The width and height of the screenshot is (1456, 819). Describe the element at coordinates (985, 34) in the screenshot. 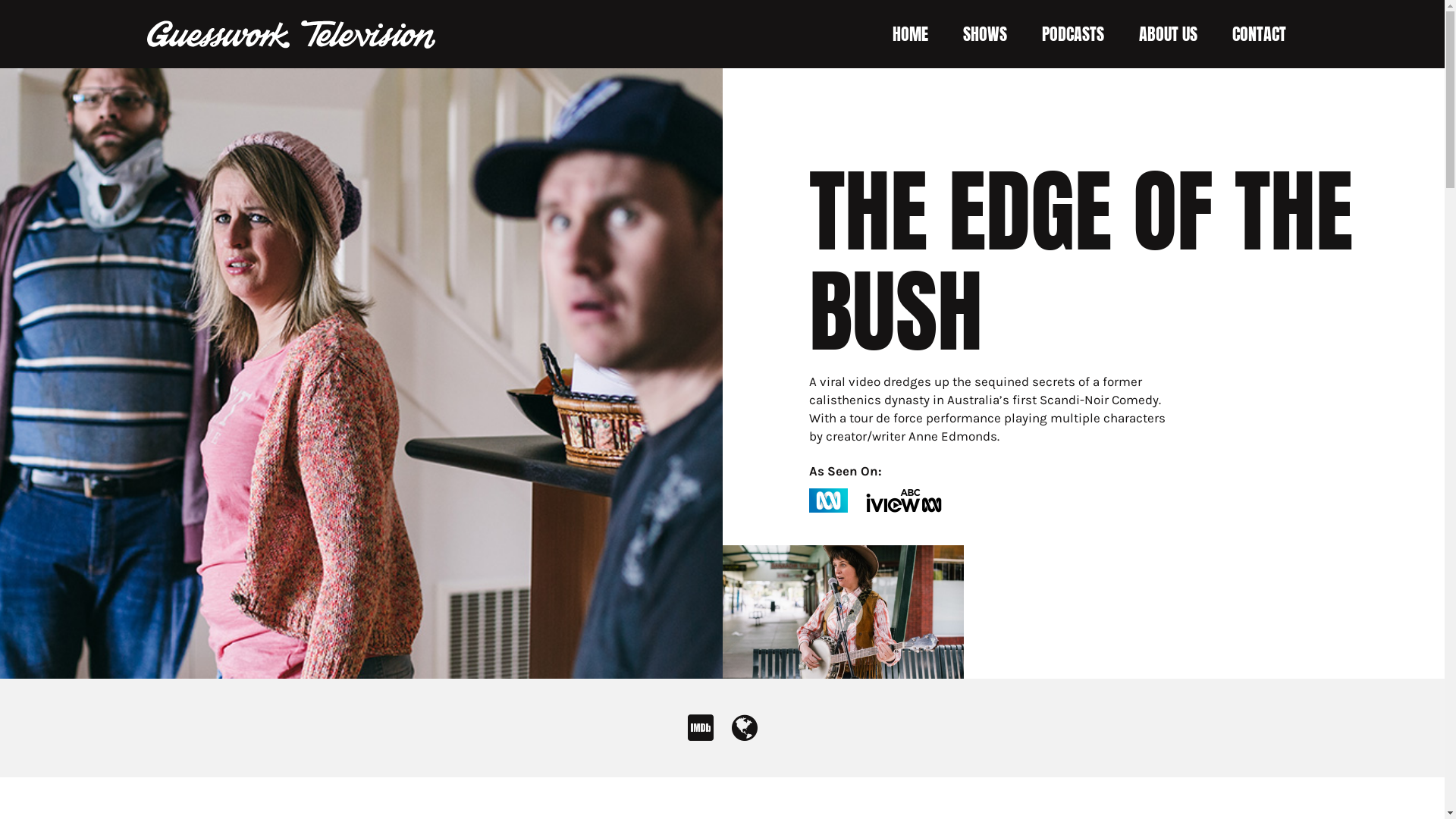

I see `'SHOWS'` at that location.